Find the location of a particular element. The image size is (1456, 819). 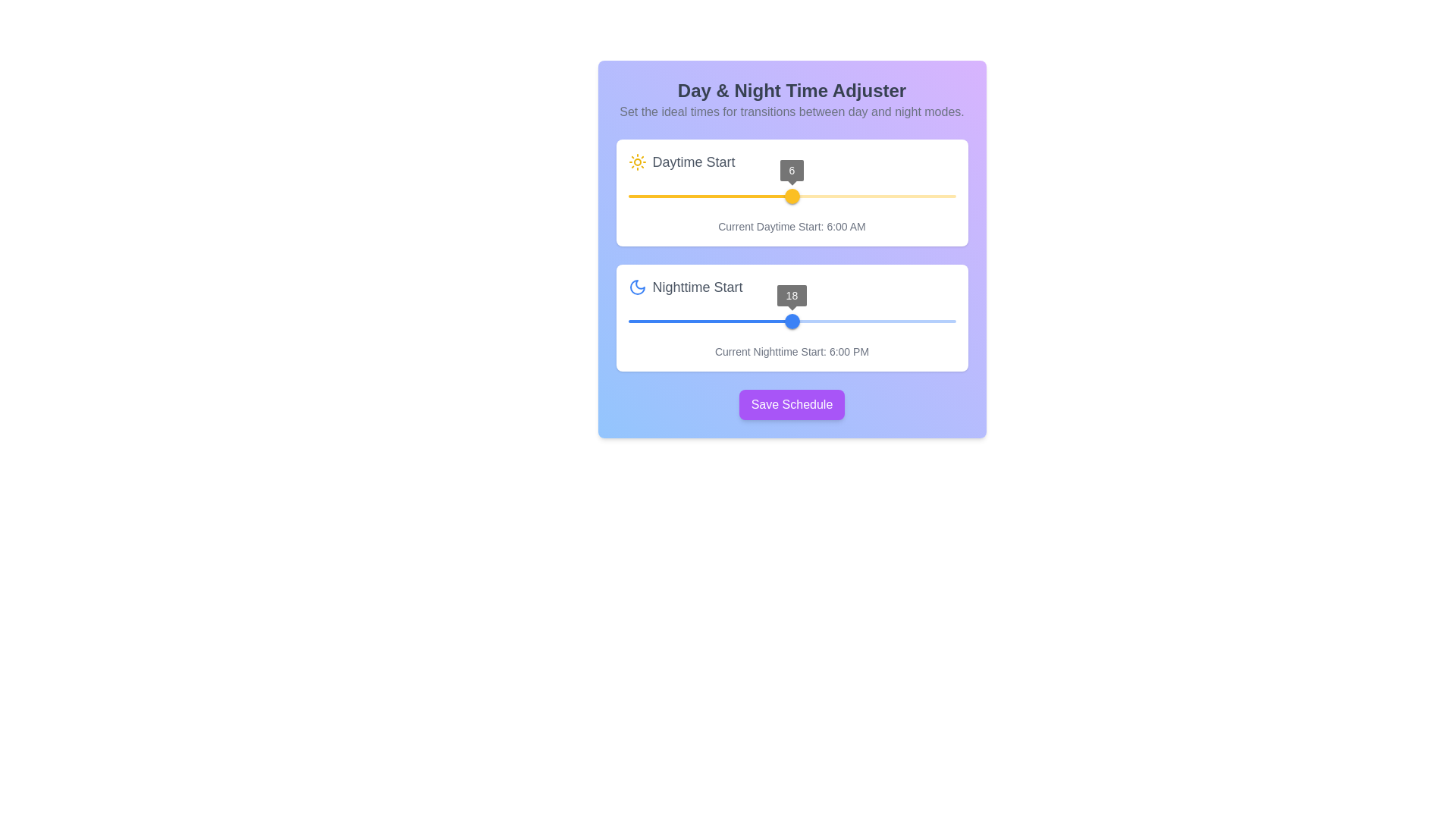

the nighttime slider is located at coordinates (668, 321).